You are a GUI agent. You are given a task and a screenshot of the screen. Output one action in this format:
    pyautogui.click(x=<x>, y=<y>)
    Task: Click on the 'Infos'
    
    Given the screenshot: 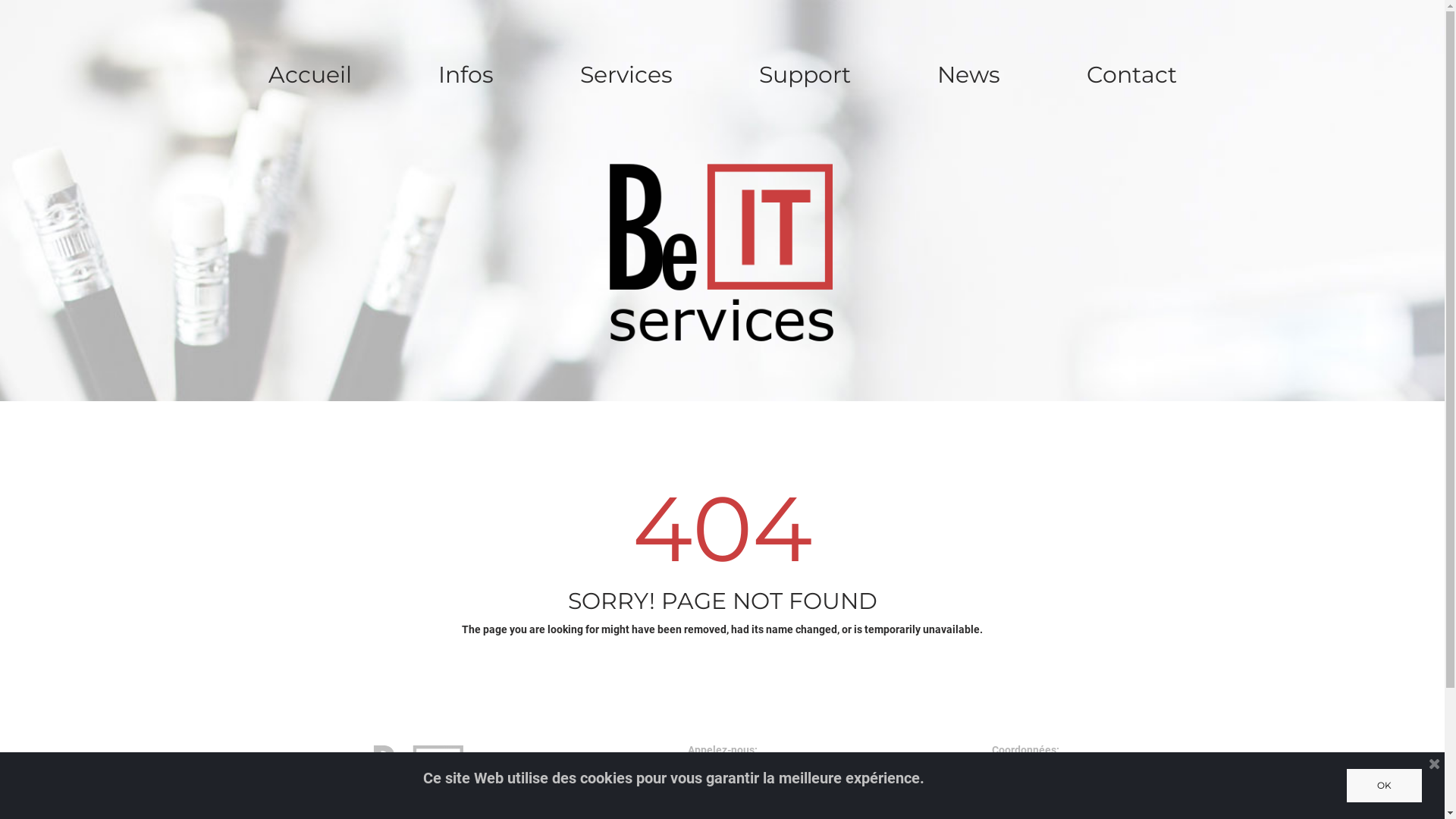 What is the action you would take?
    pyautogui.click(x=464, y=75)
    